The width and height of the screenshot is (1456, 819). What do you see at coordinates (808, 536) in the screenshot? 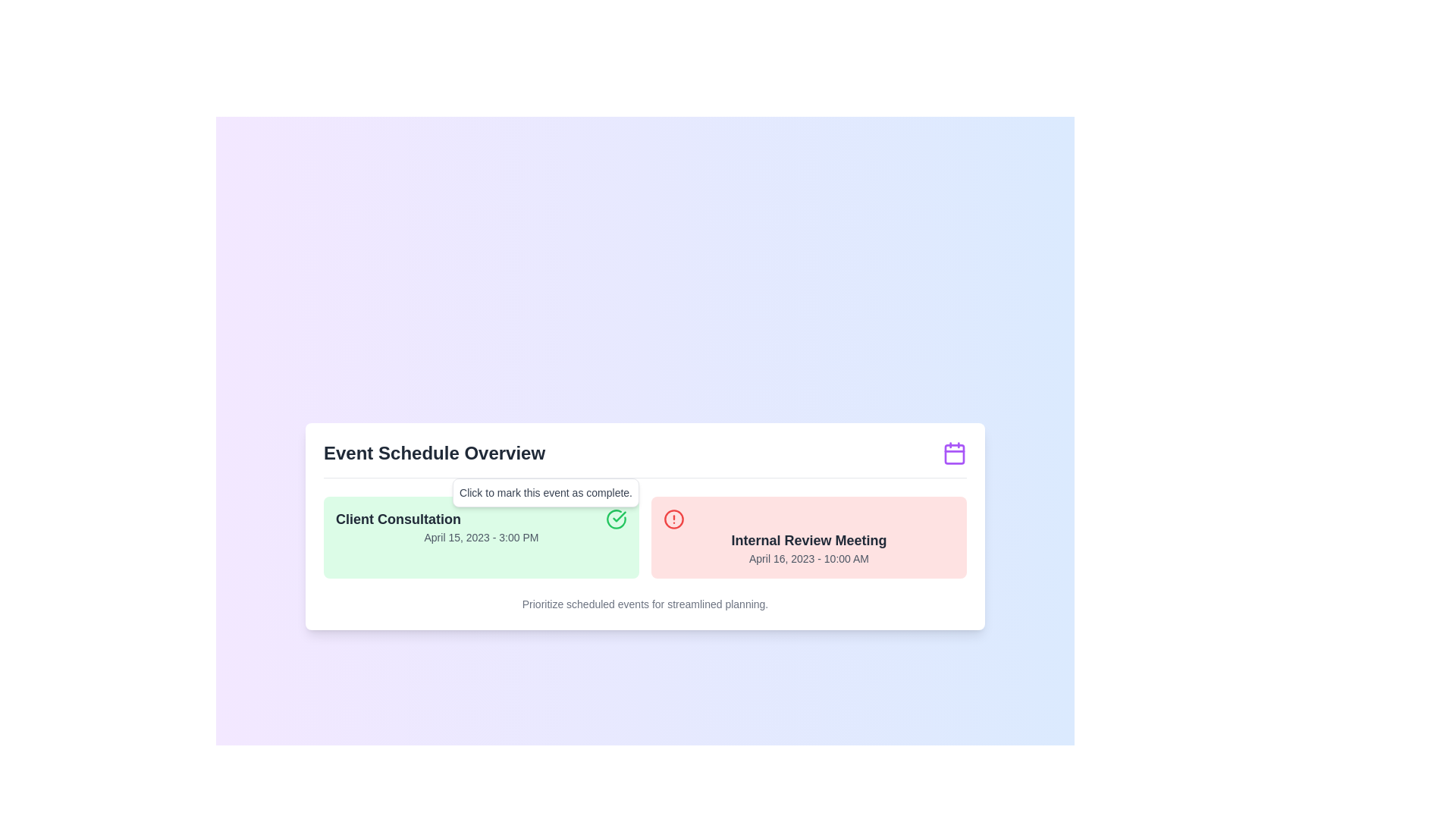
I see `information from the card displaying 'Internal Review Meeting' with a light red background, located in the second column of the grid` at bounding box center [808, 536].